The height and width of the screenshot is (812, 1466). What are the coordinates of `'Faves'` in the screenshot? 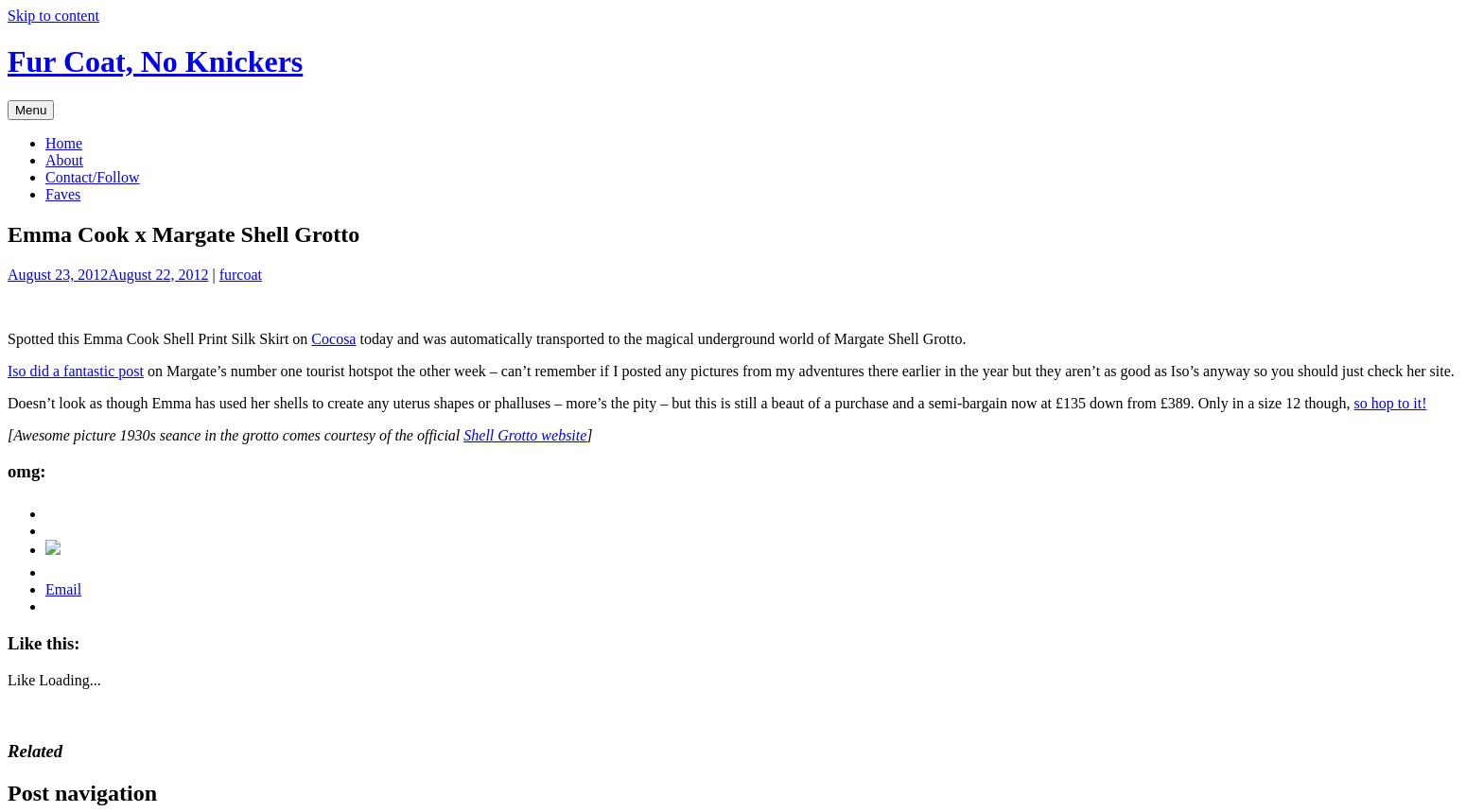 It's located at (61, 193).